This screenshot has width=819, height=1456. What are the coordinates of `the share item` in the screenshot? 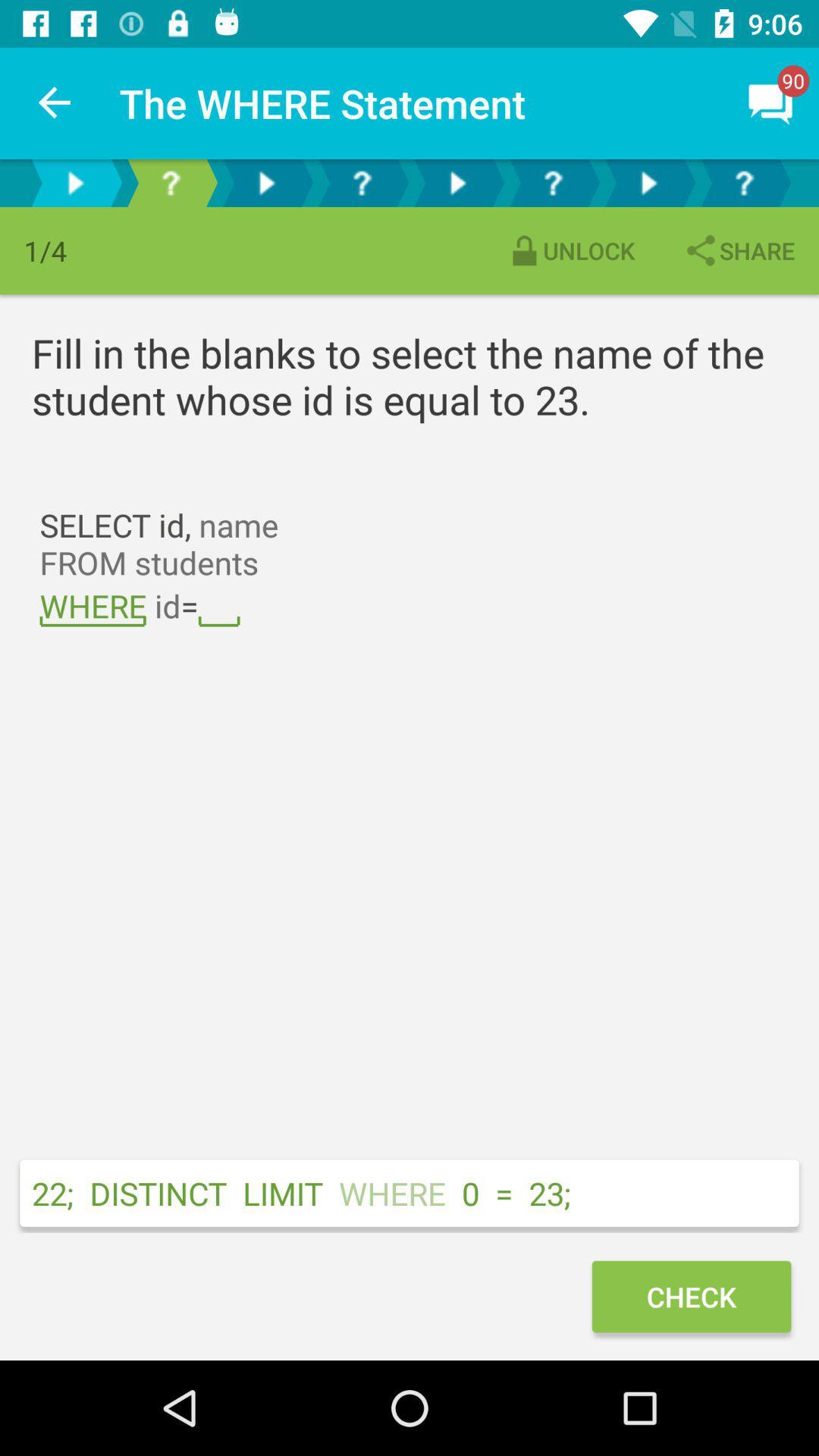 It's located at (738, 250).